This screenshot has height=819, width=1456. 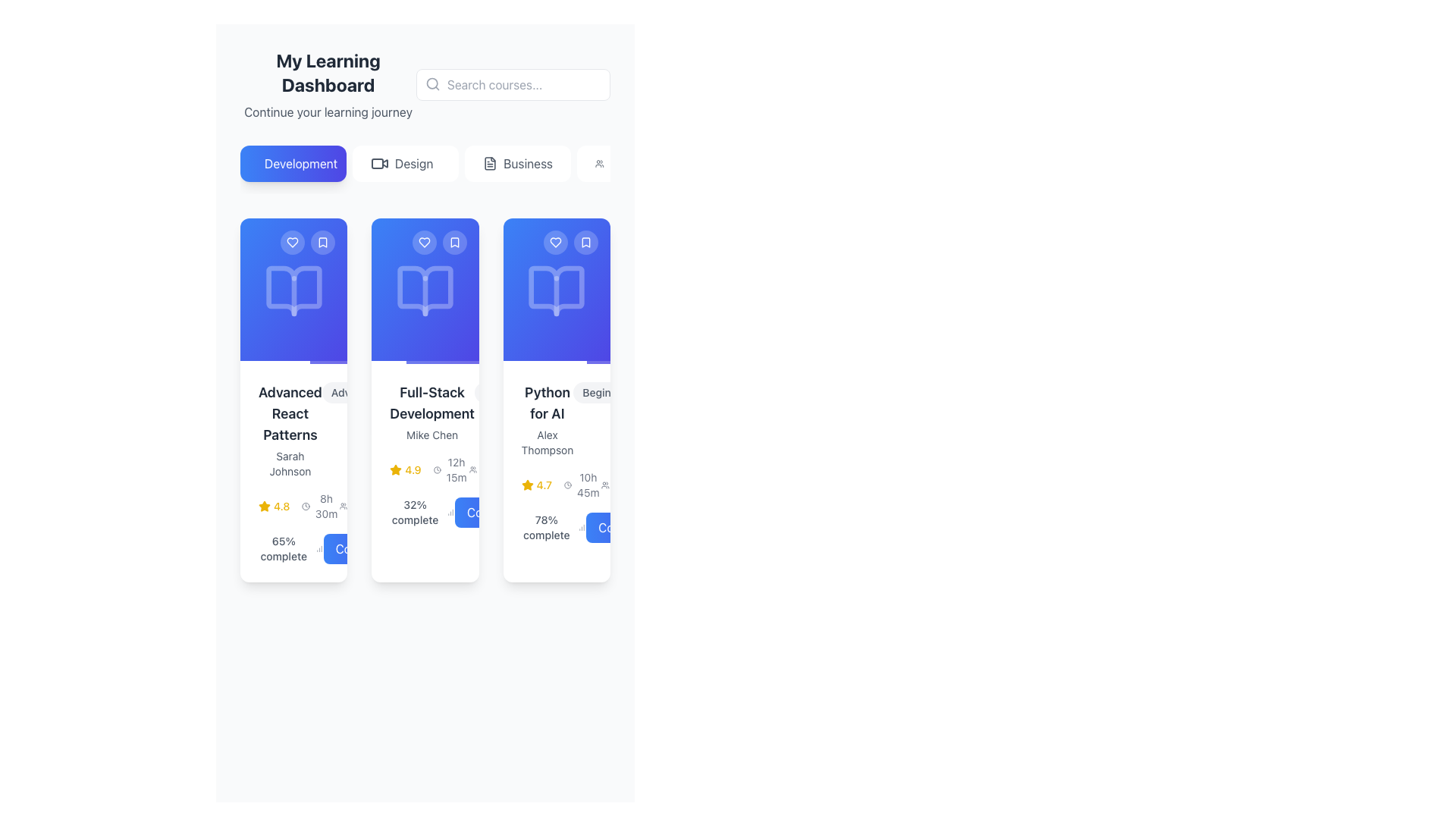 I want to click on the heart icon, so click(x=293, y=242).